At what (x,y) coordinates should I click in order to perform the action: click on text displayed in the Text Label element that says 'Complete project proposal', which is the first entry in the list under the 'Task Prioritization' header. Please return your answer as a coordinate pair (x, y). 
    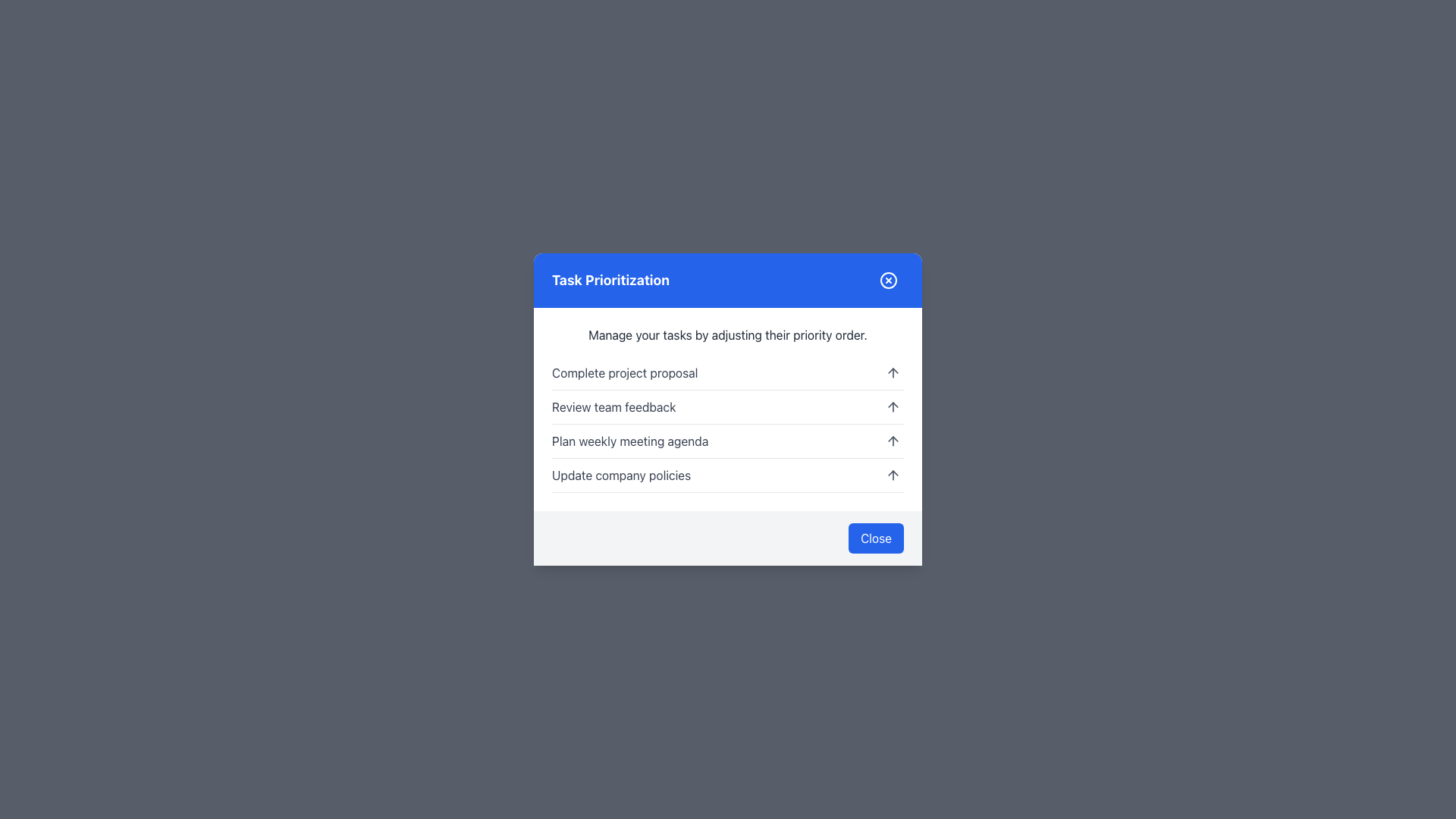
    Looking at the image, I should click on (625, 373).